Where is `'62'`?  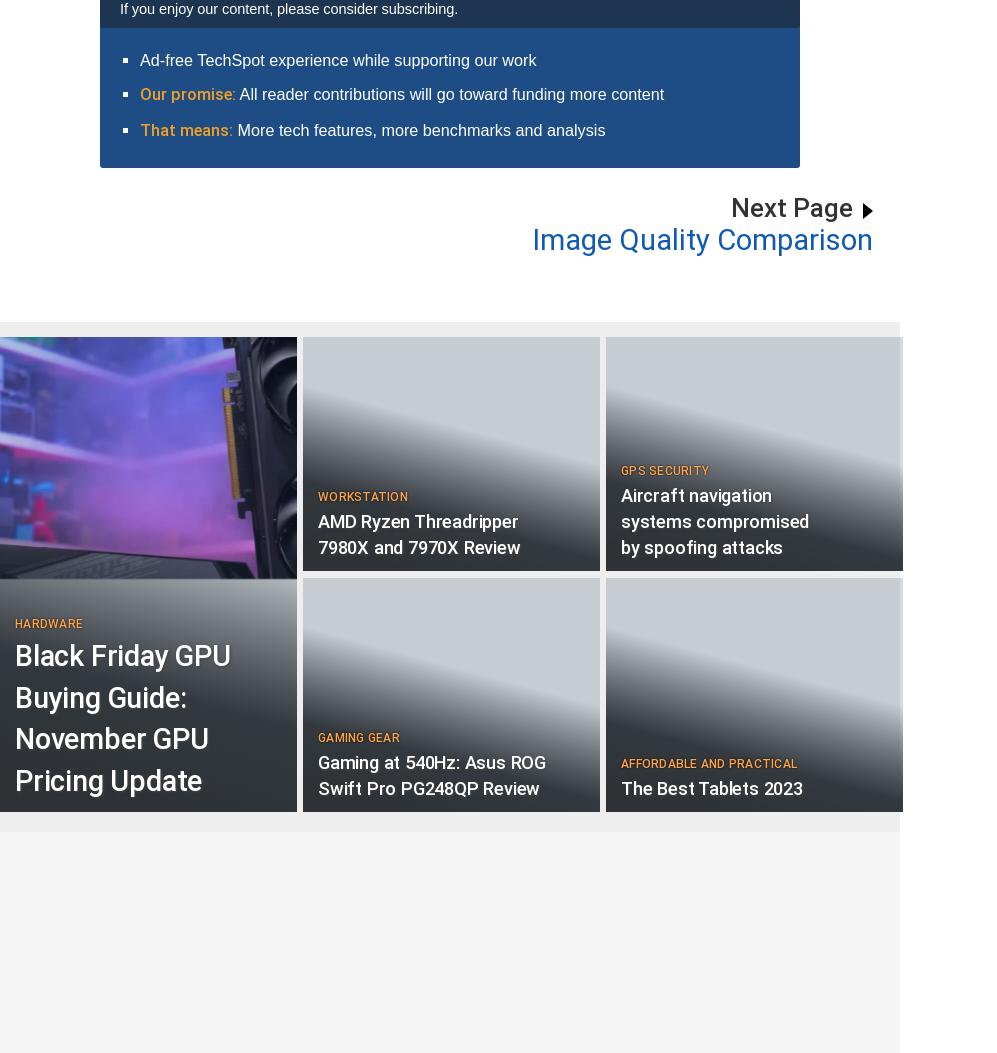 '62' is located at coordinates (258, 897).